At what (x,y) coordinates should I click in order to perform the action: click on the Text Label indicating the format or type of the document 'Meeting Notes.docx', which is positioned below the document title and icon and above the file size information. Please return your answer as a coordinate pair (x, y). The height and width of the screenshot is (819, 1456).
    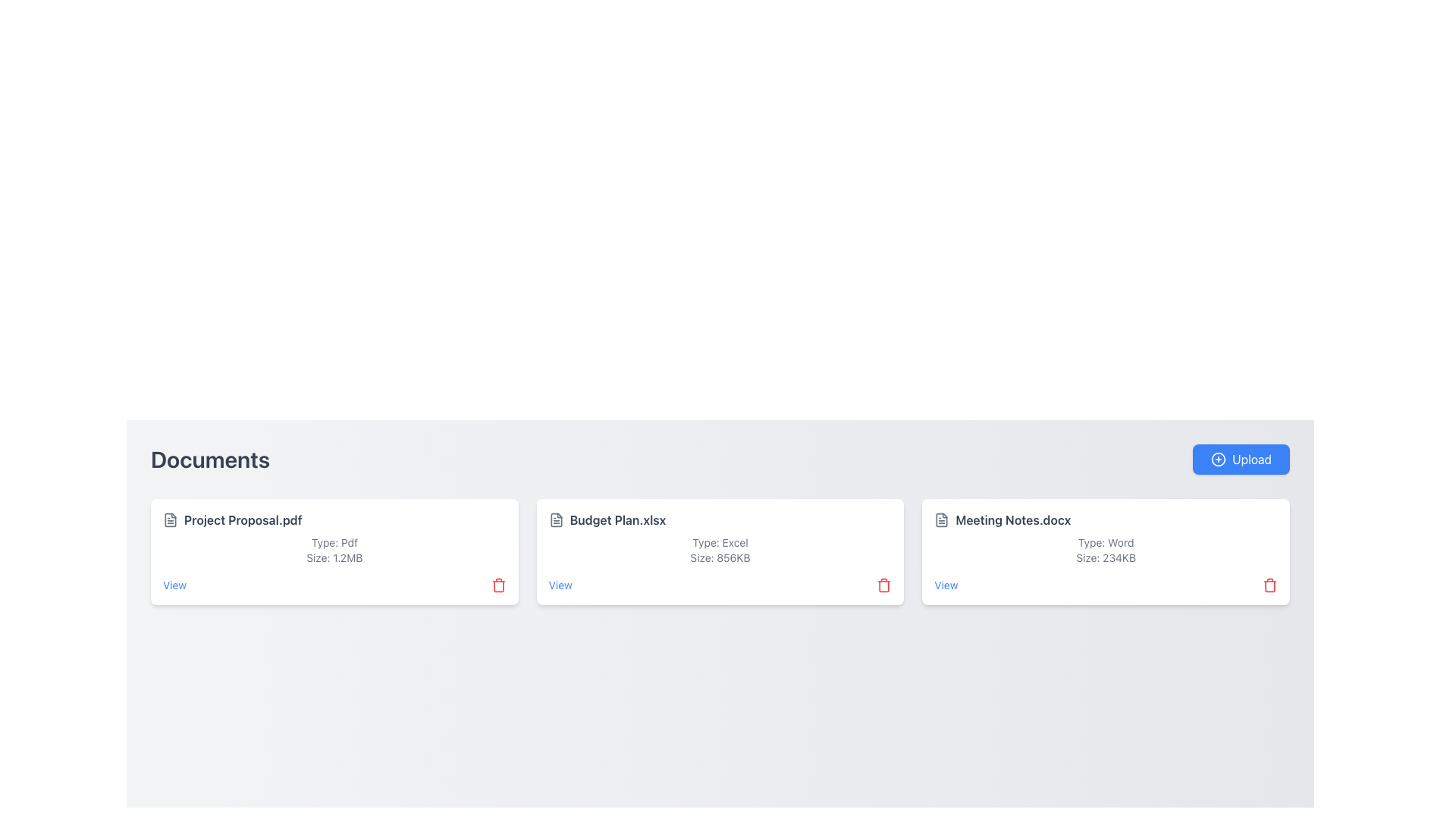
    Looking at the image, I should click on (1106, 542).